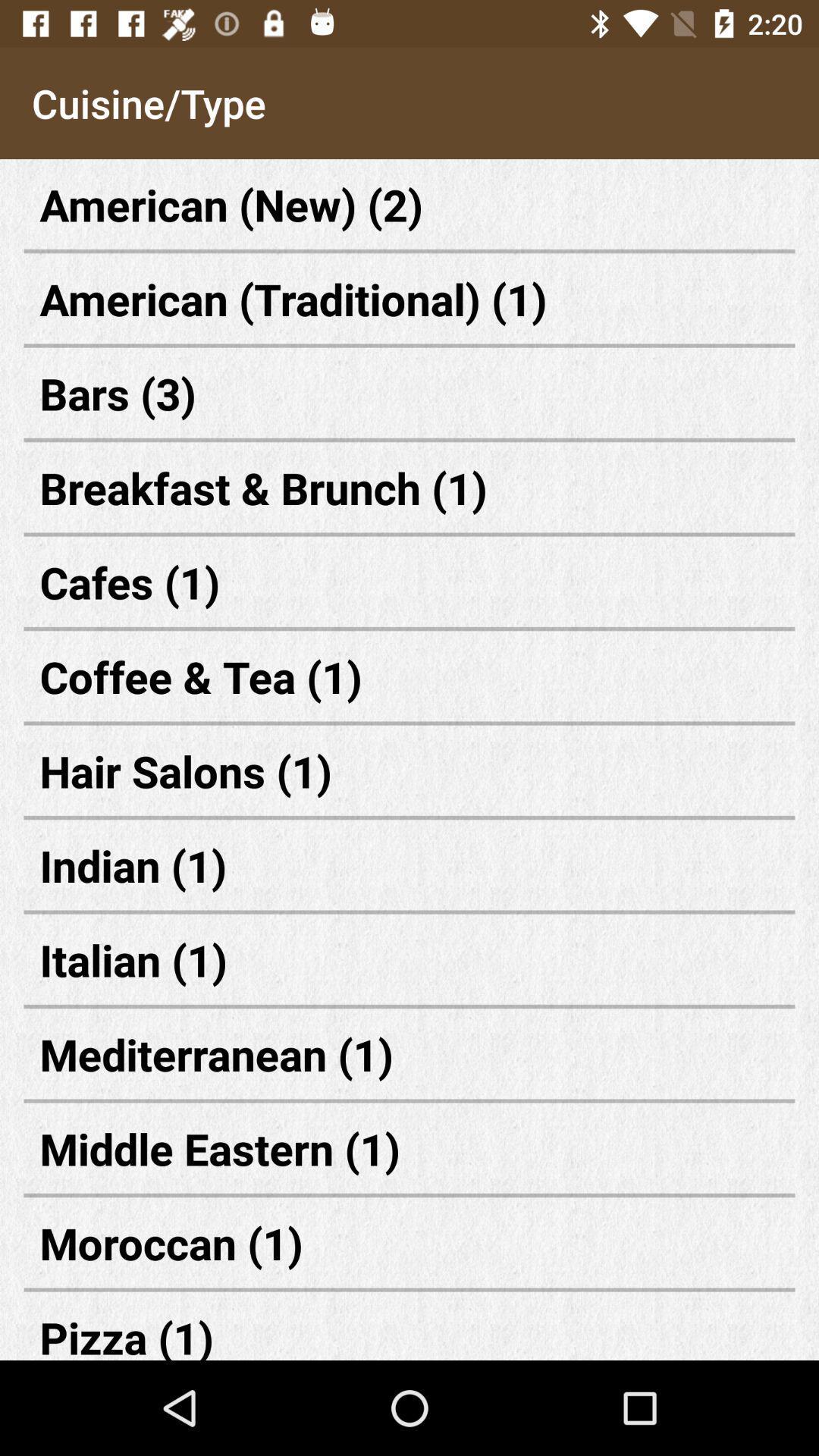 This screenshot has width=819, height=1456. Describe the element at coordinates (409, 959) in the screenshot. I see `the text italian1` at that location.